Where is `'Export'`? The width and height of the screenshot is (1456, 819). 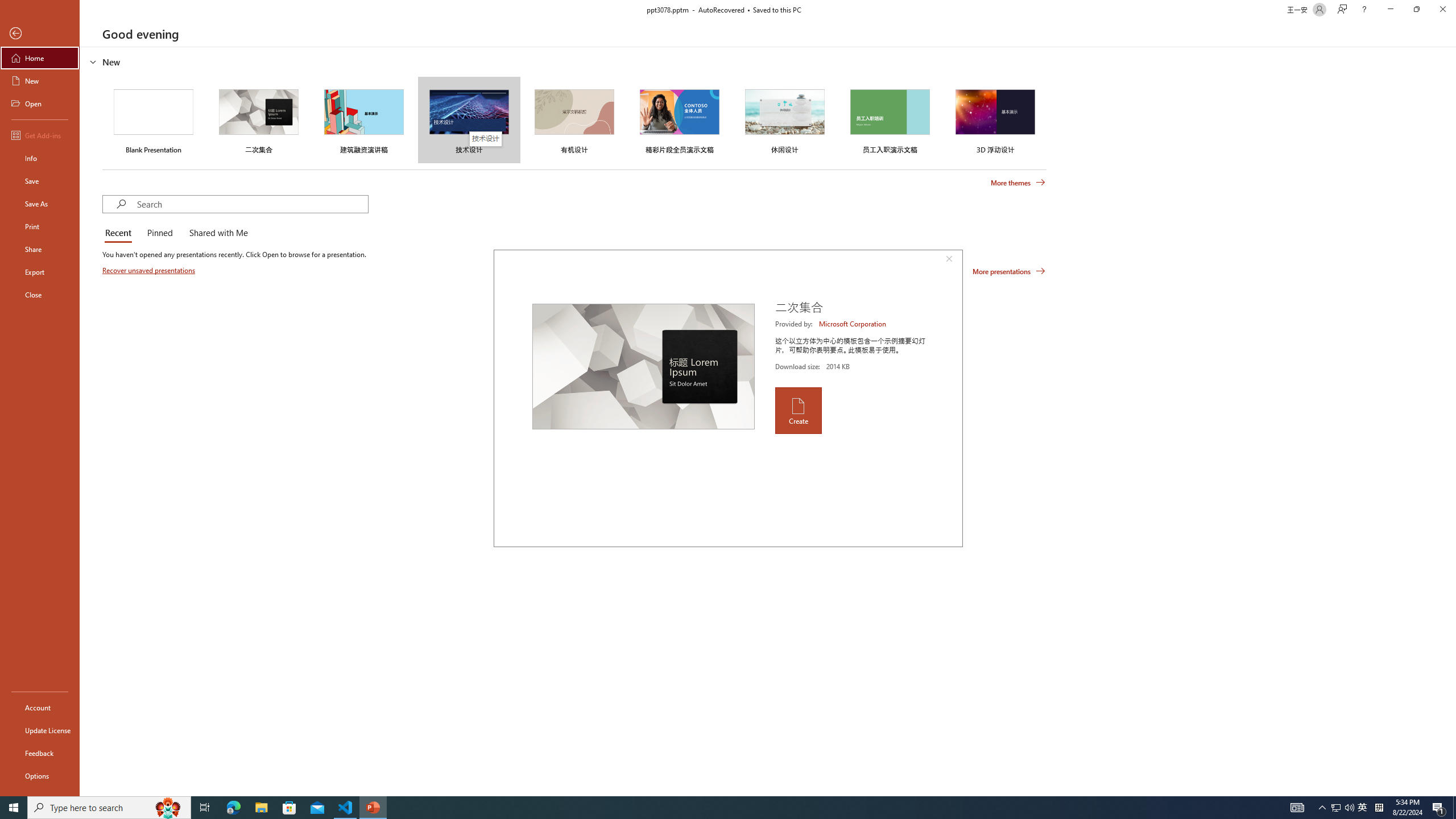 'Export' is located at coordinates (39, 272).